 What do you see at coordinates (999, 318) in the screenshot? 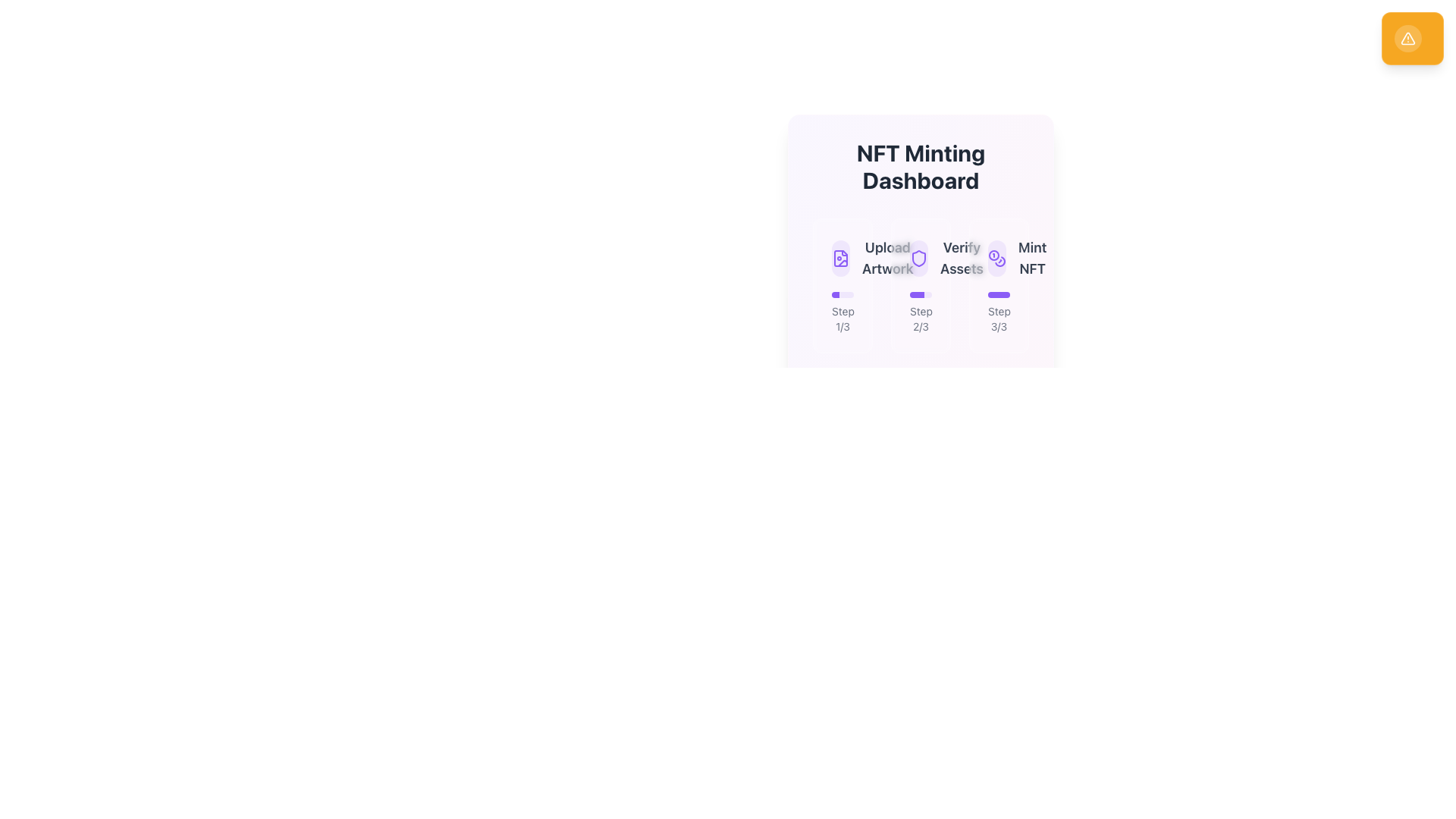
I see `text label that displays 'Step 3/3', which is positioned below the progress bar in the 'Mint NFT' section` at bounding box center [999, 318].